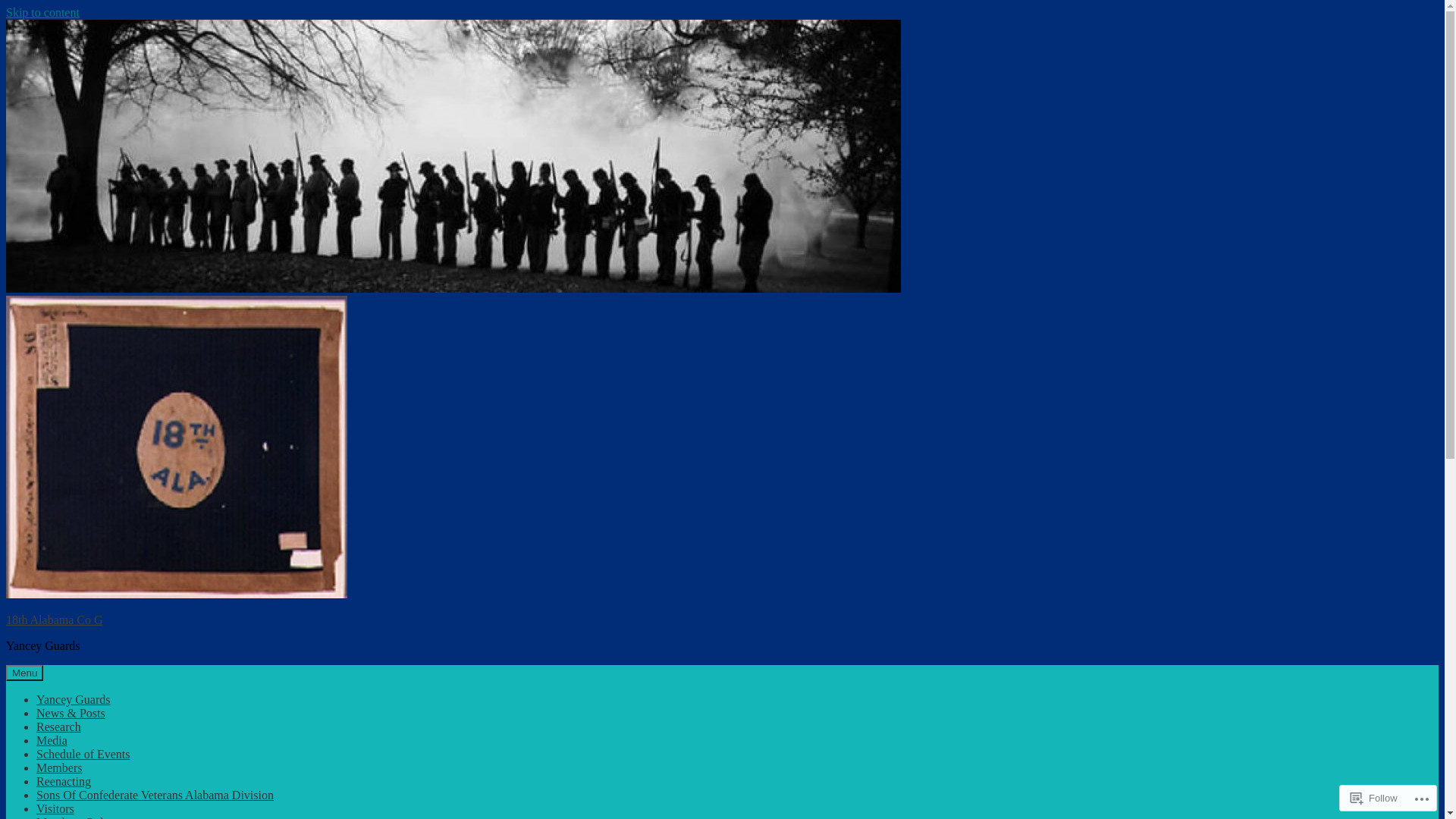  Describe the element at coordinates (58, 767) in the screenshot. I see `'Members'` at that location.